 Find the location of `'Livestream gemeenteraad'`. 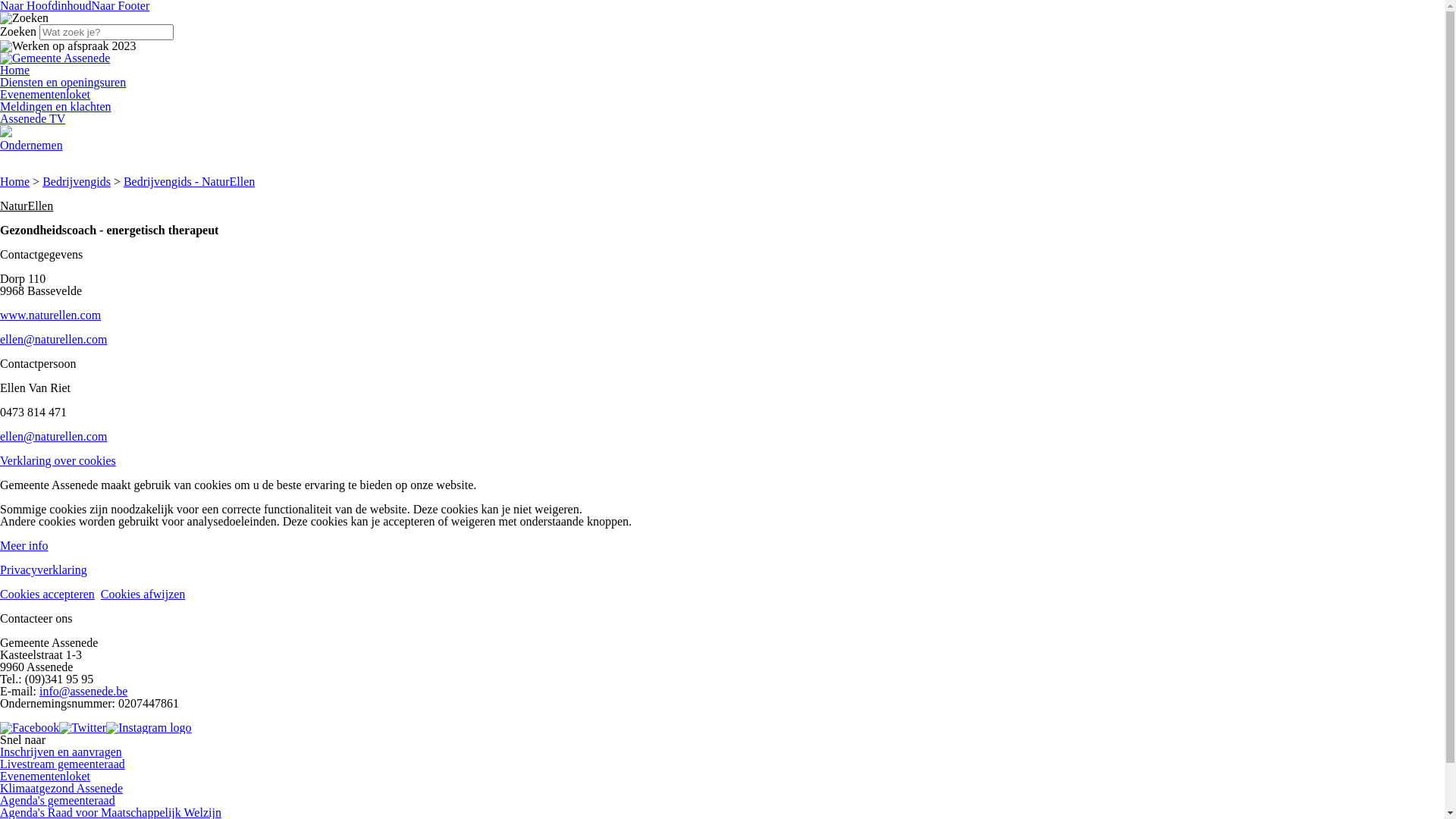

'Livestream gemeenteraad' is located at coordinates (61, 764).